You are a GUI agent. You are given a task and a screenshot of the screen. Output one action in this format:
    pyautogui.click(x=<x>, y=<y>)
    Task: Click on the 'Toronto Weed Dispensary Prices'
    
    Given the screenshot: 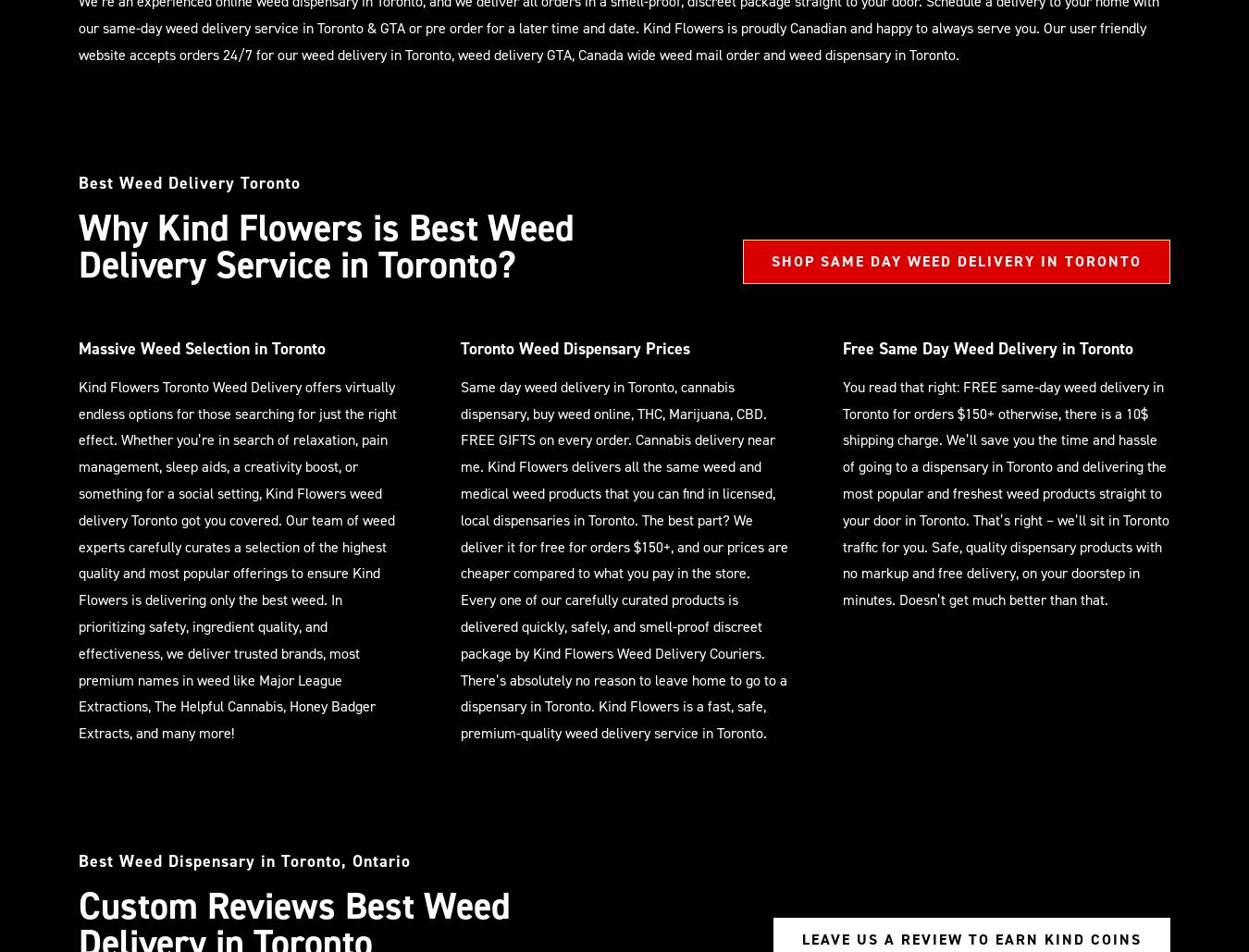 What is the action you would take?
    pyautogui.click(x=575, y=348)
    